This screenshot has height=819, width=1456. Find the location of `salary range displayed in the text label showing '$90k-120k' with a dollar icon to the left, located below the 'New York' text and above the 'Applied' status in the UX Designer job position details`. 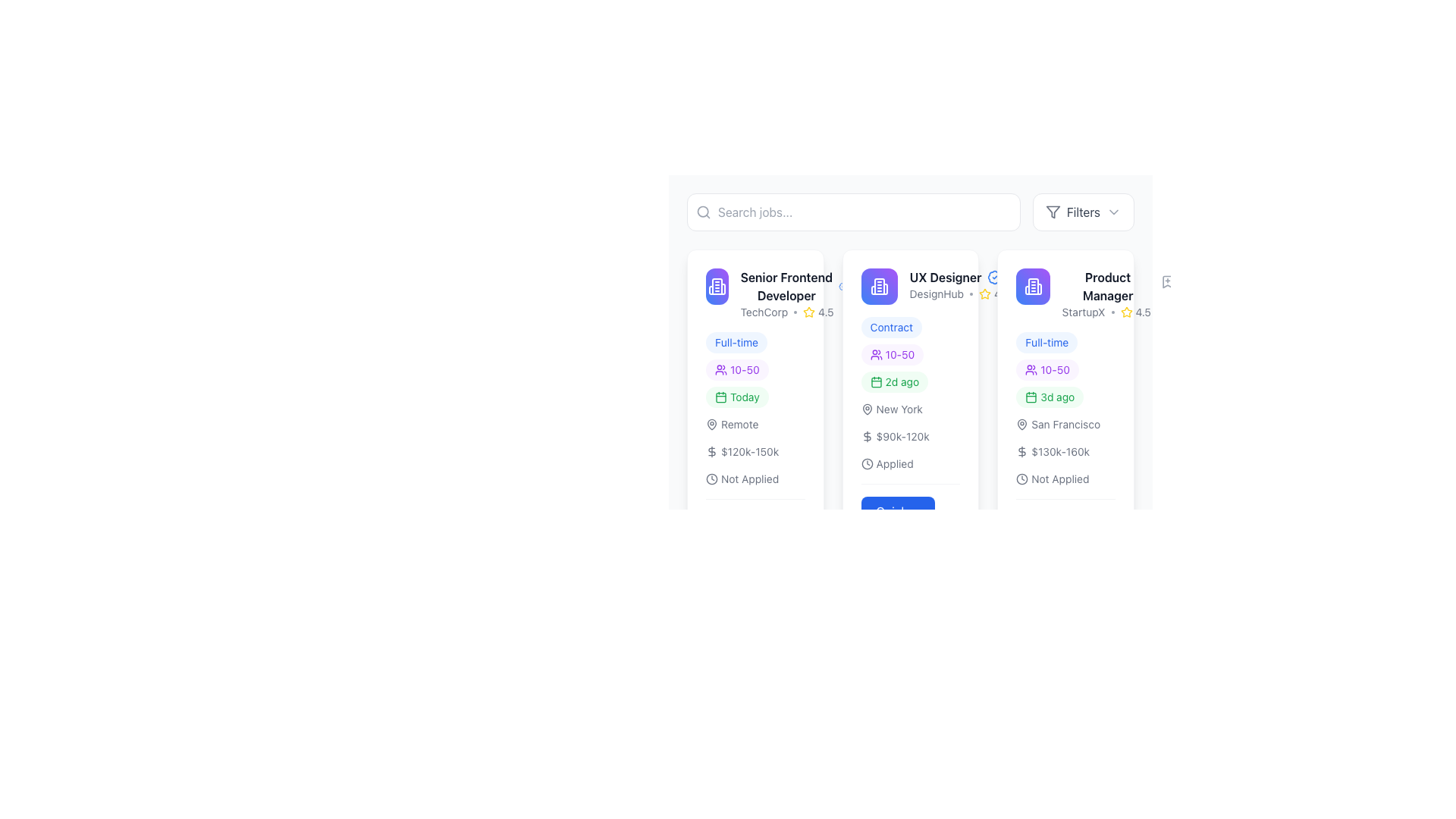

salary range displayed in the text label showing '$90k-120k' with a dollar icon to the left, located below the 'New York' text and above the 'Applied' status in the UX Designer job position details is located at coordinates (895, 436).